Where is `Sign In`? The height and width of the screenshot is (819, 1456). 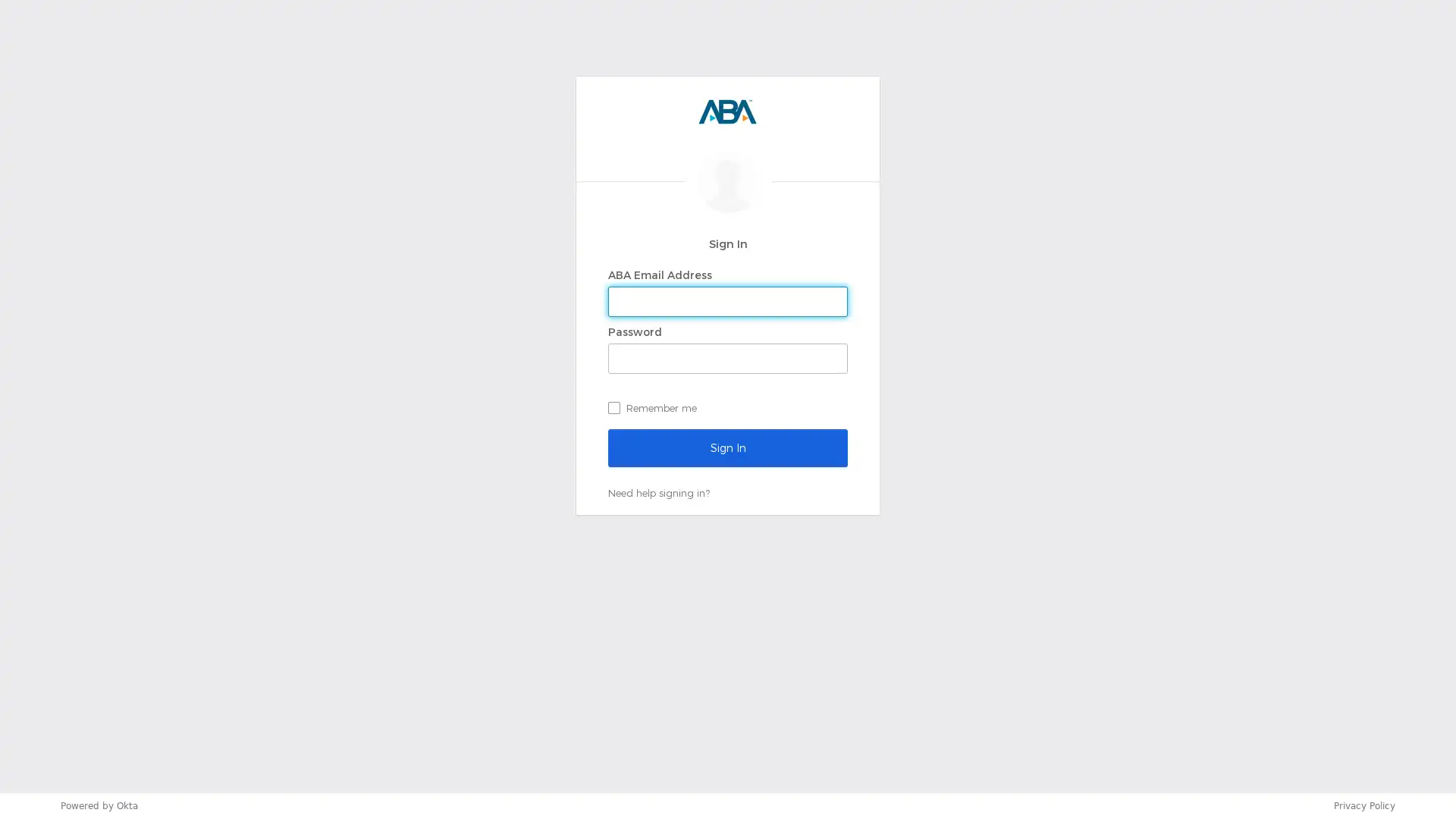
Sign In is located at coordinates (728, 447).